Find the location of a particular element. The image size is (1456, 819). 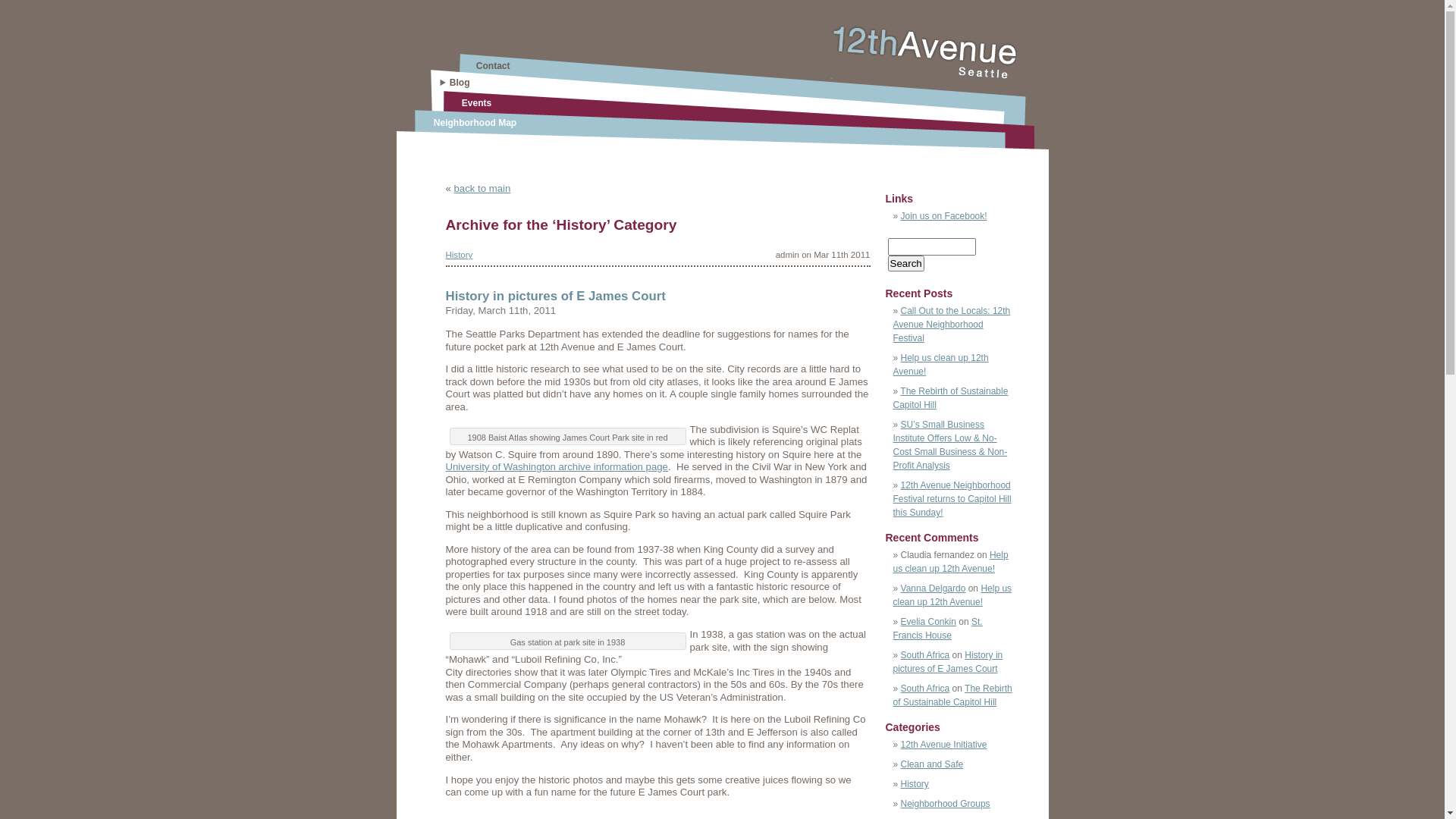

'Blog' is located at coordinates (459, 82).